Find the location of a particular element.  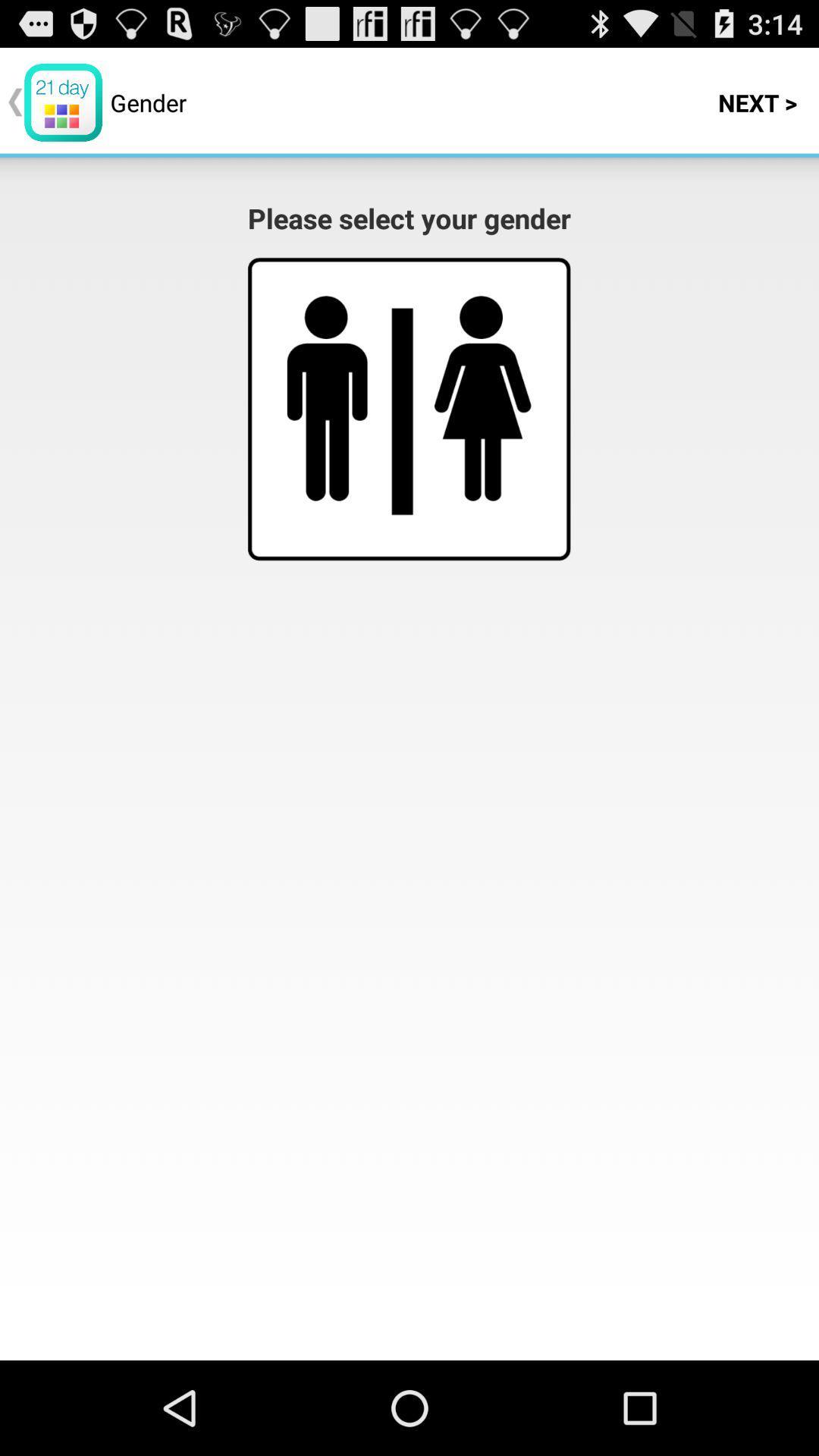

gender option is located at coordinates (482, 398).